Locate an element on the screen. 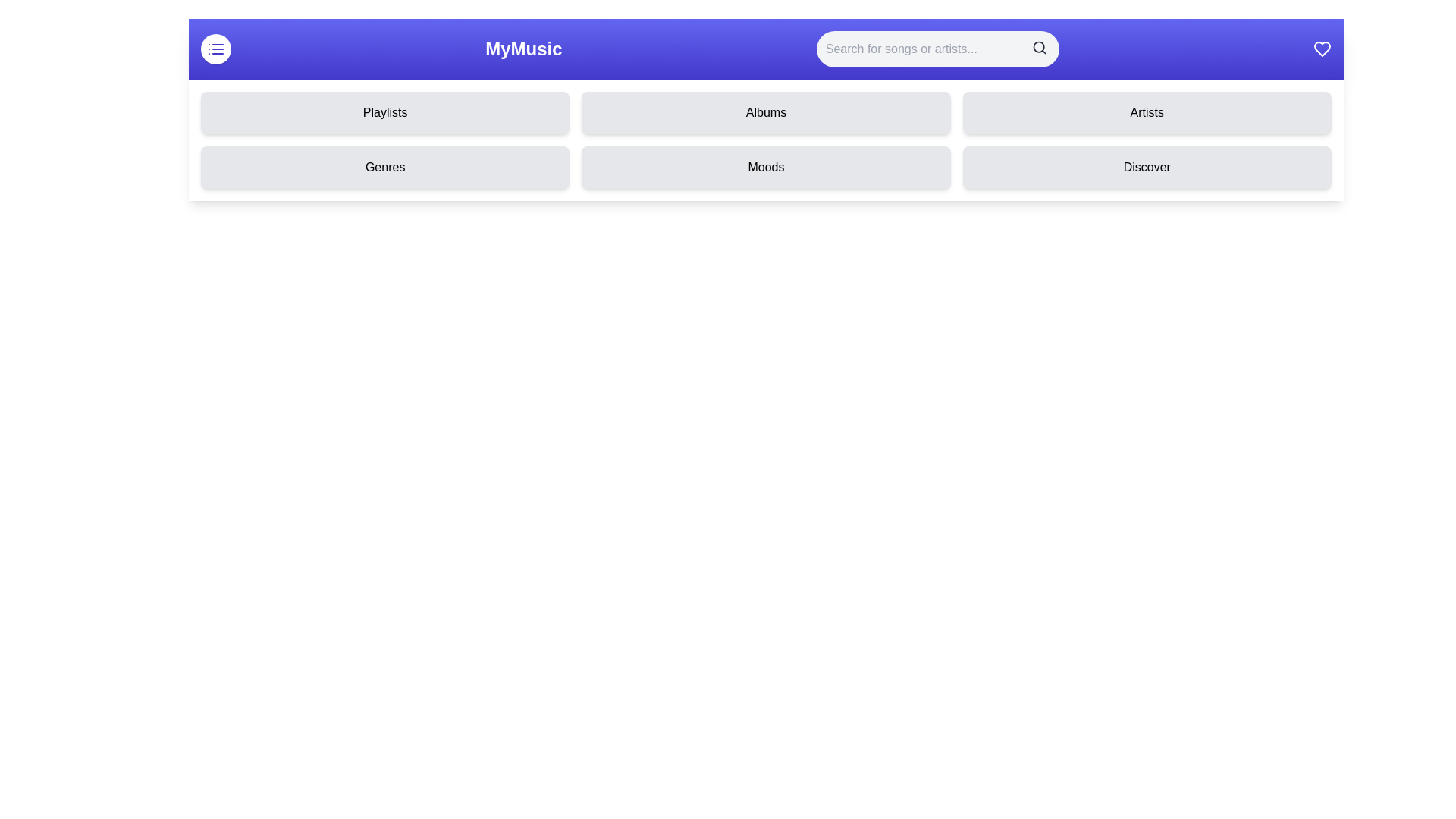  the category Albums from the menu is located at coordinates (765, 112).